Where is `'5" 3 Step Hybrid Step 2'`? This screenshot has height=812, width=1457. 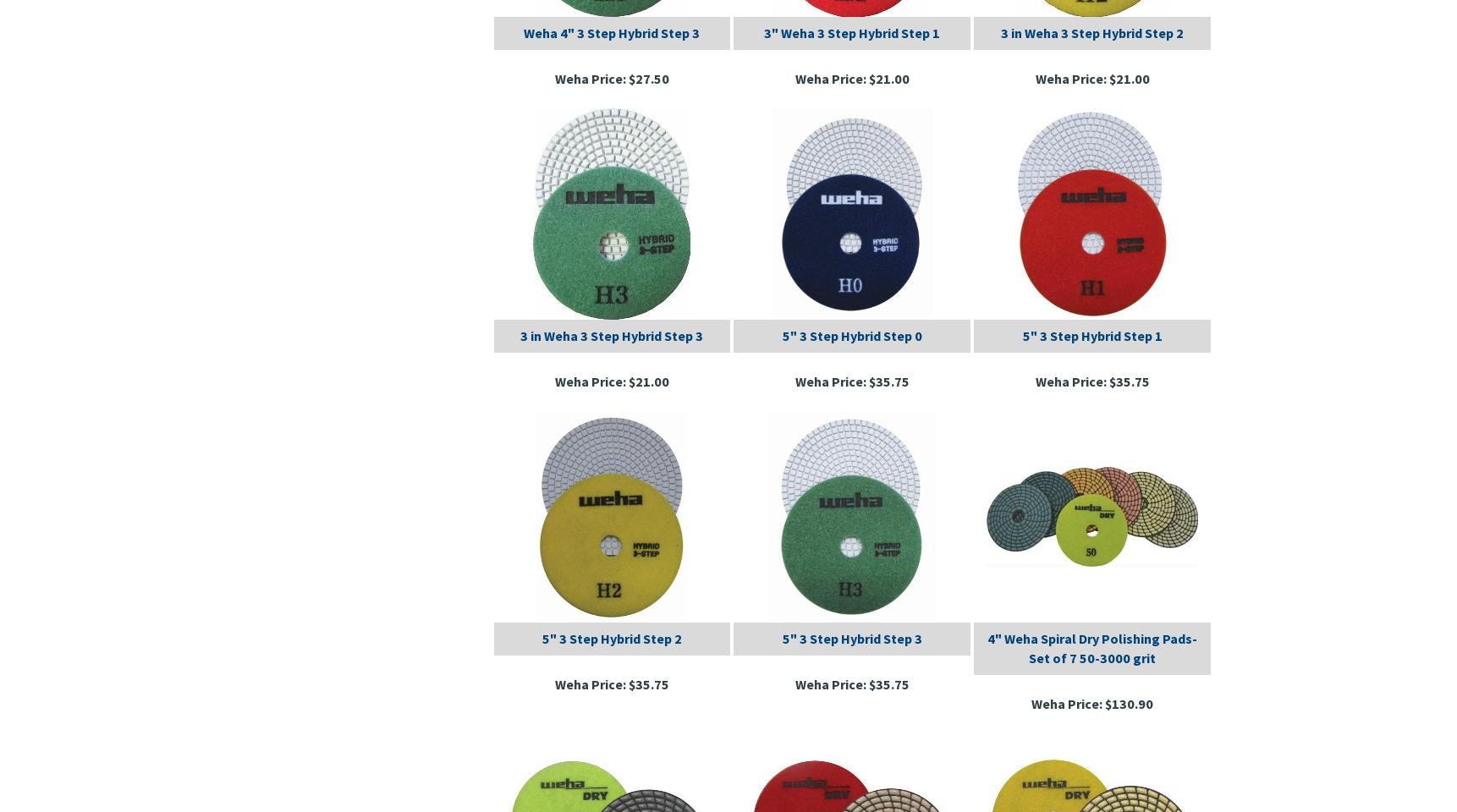
'5" 3 Step Hybrid Step 2' is located at coordinates (542, 636).